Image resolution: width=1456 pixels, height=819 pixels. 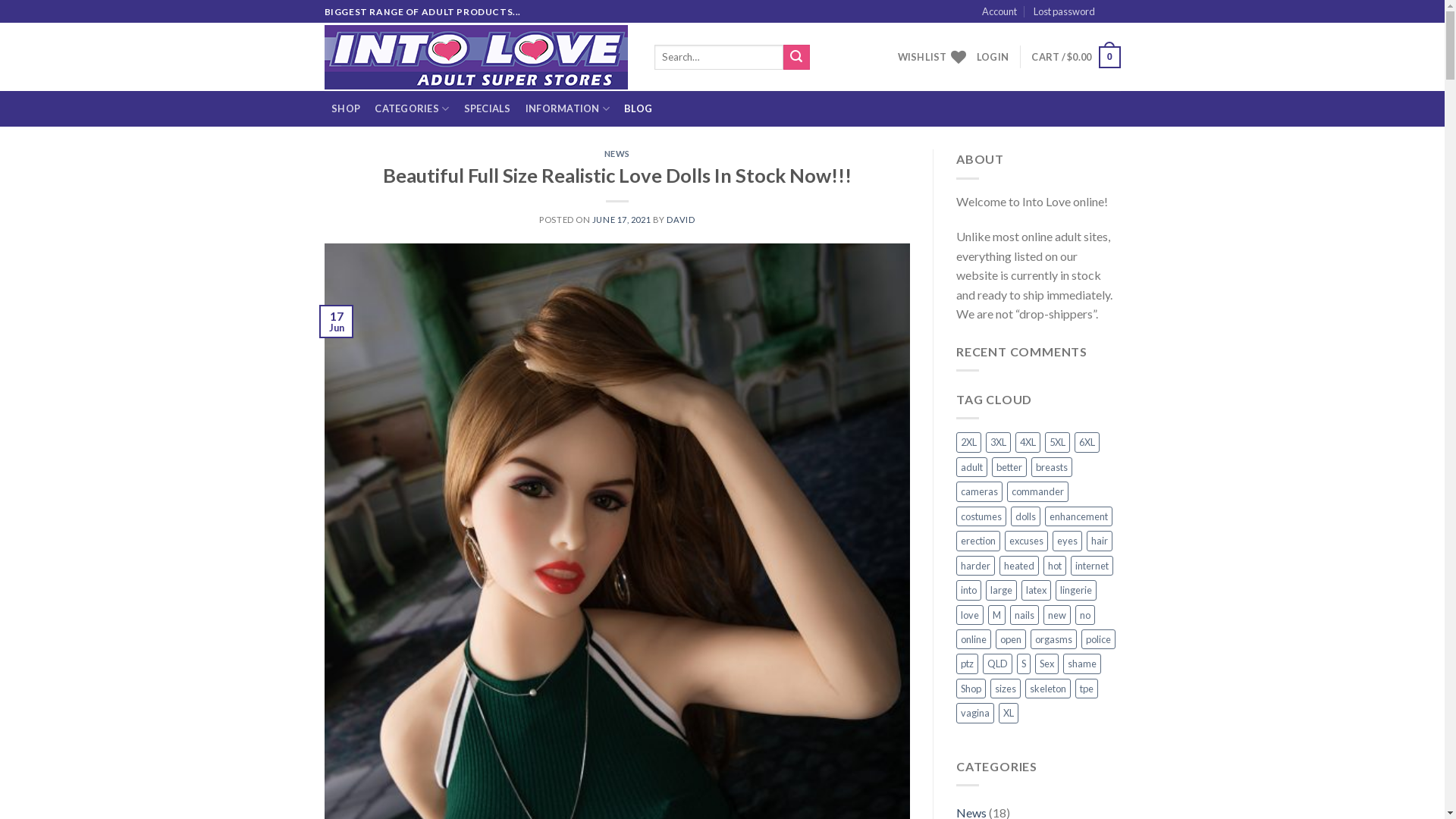 What do you see at coordinates (591, 219) in the screenshot?
I see `'JUNE 17, 2021'` at bounding box center [591, 219].